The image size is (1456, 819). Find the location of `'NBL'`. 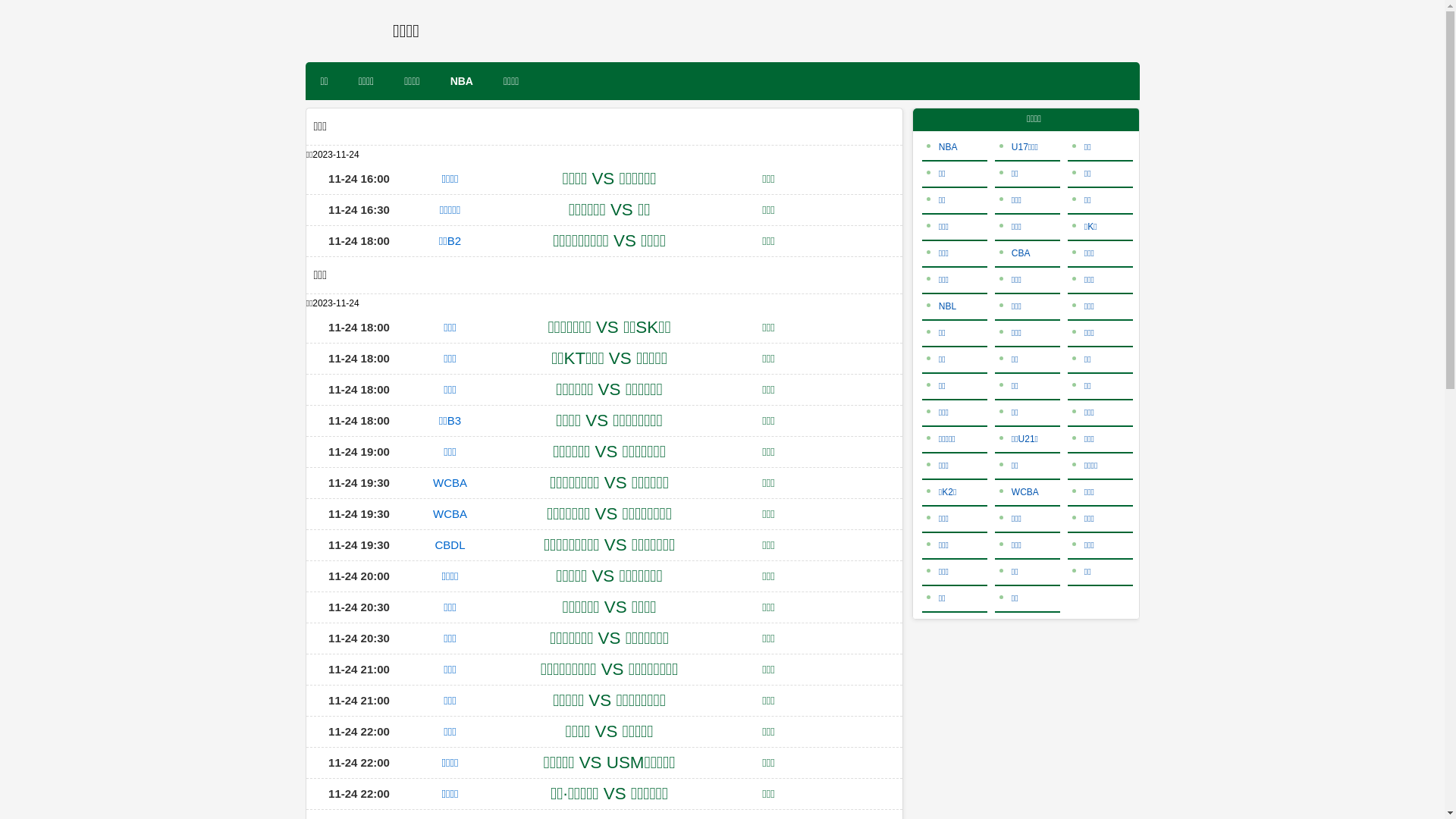

'NBL' is located at coordinates (941, 306).